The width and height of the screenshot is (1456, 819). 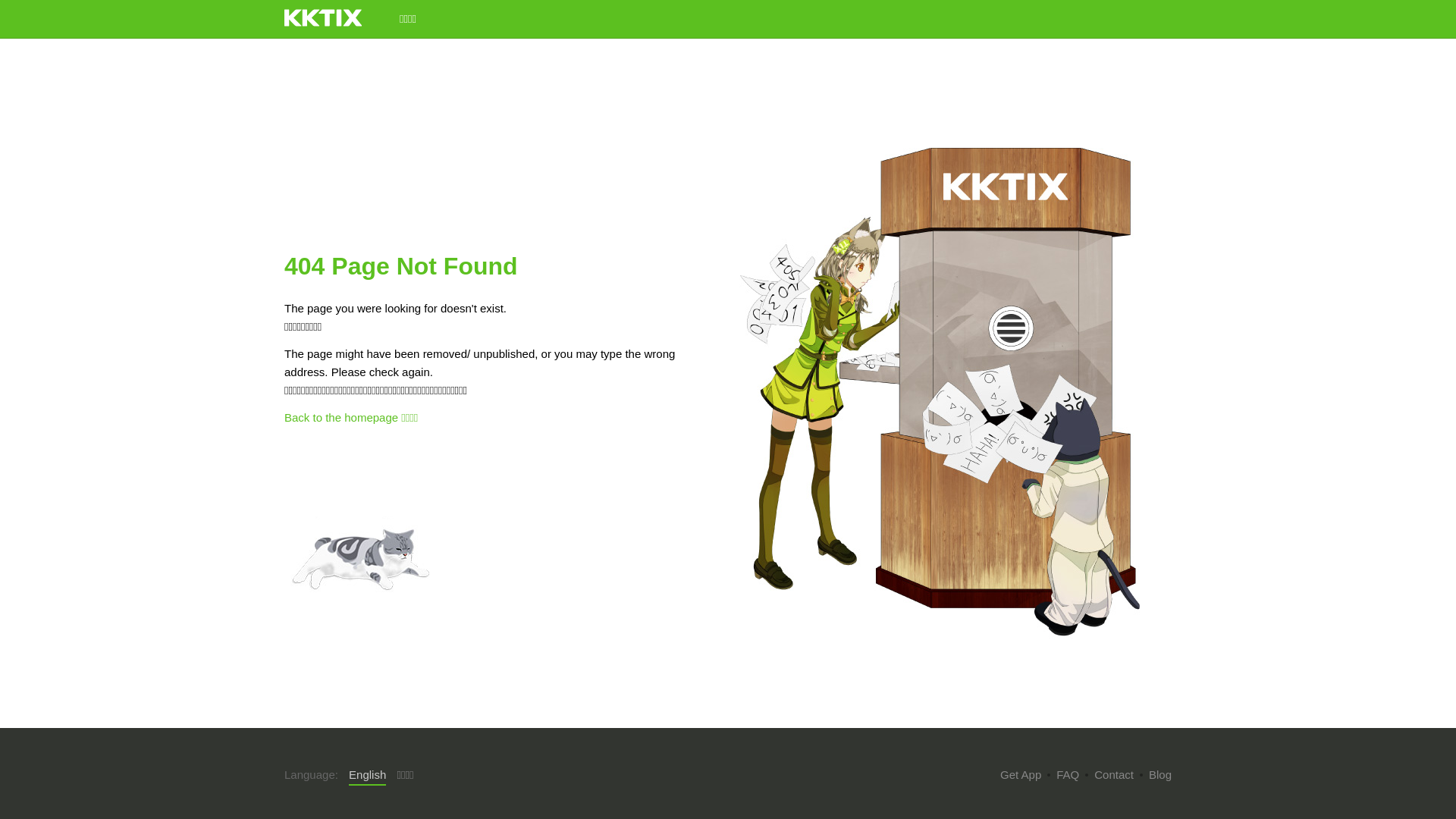 I want to click on 'Blog', so click(x=1149, y=774).